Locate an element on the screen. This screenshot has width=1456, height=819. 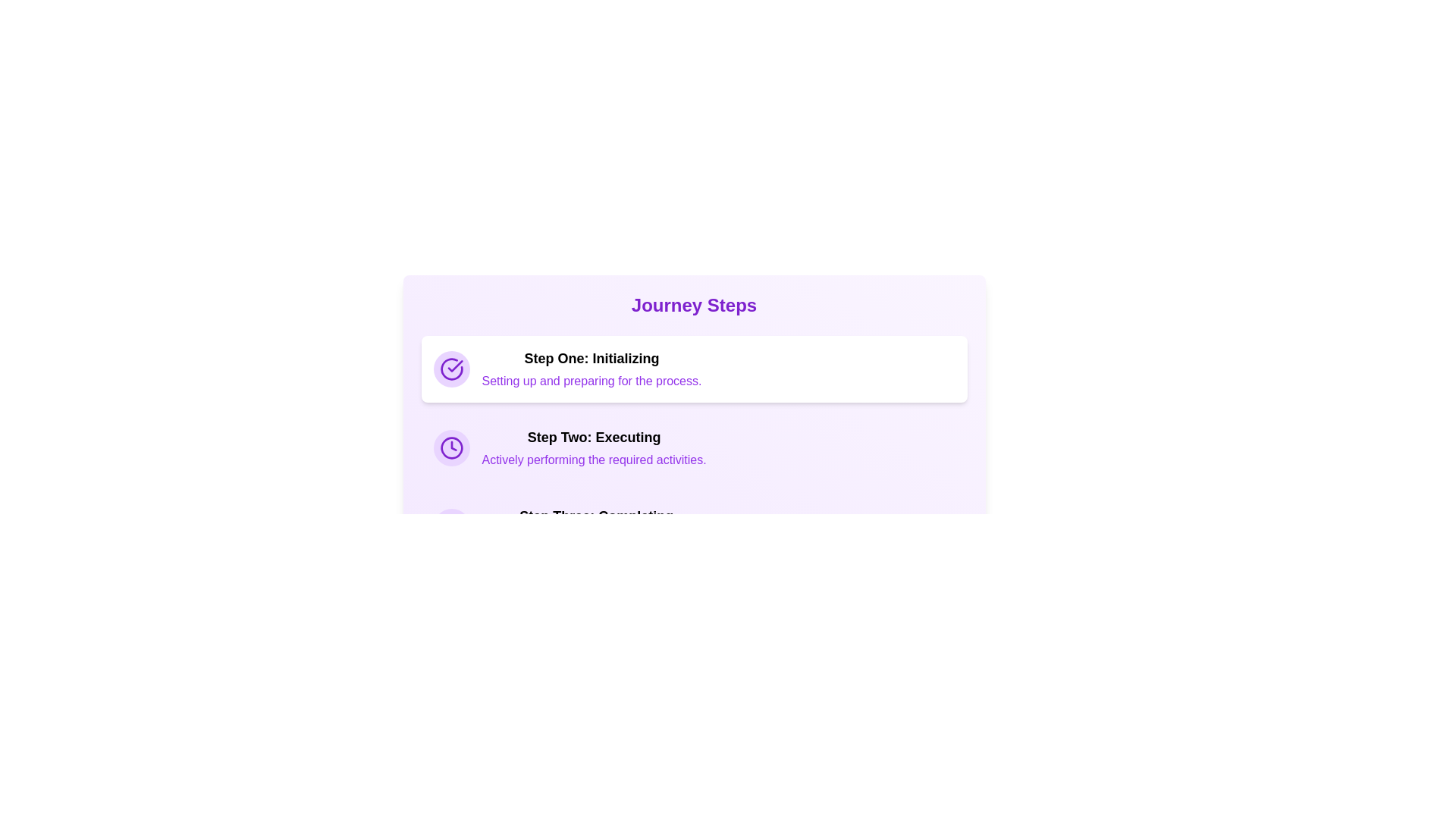
the purple checkmark icon located within the circular badge next to the text 'Step One: Initializing', which indicates a completed step is located at coordinates (454, 366).